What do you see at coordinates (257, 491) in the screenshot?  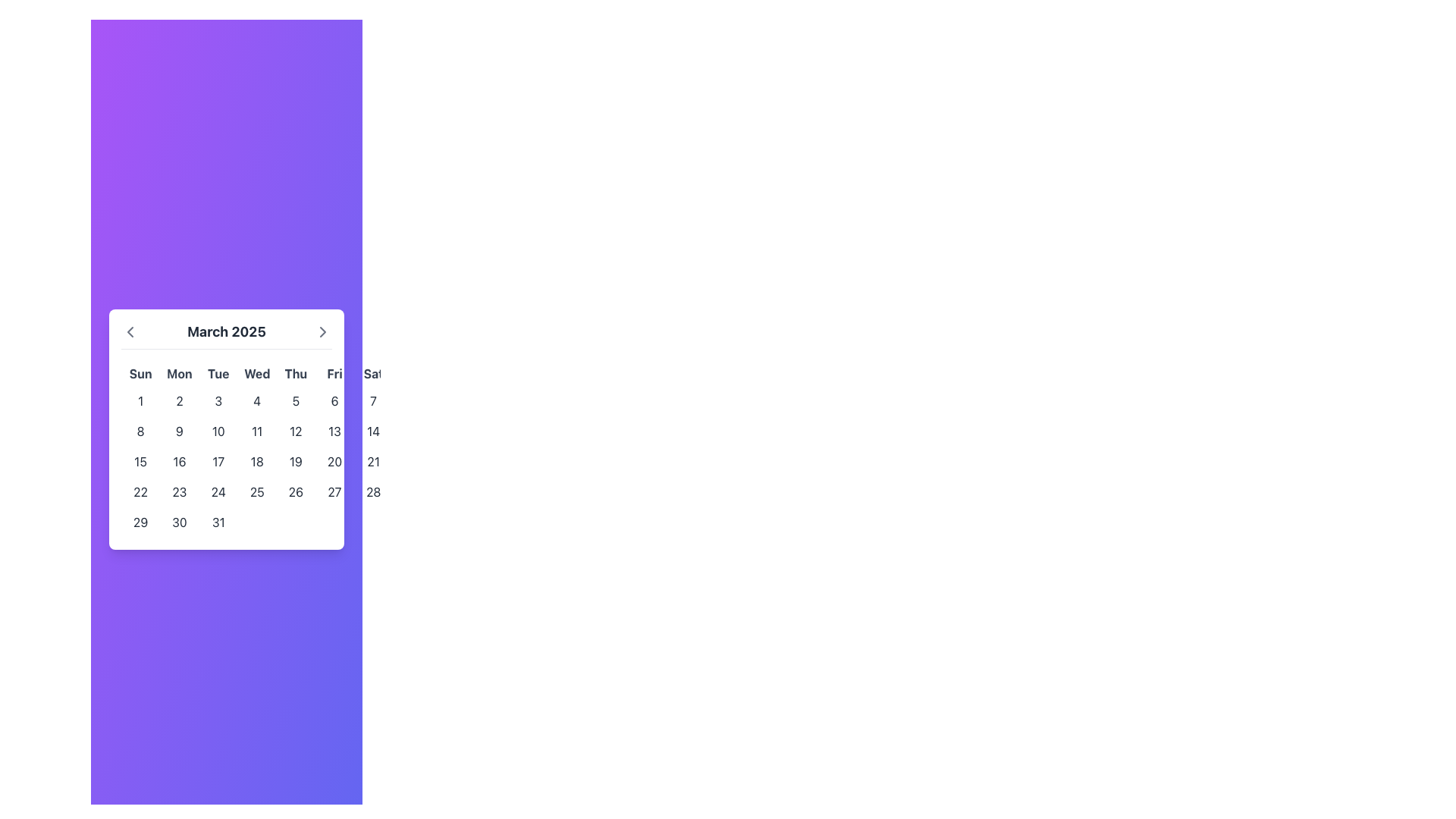 I see `the text element displaying the number '25' in the calendar interface to observe the hover effect with a purple background` at bounding box center [257, 491].